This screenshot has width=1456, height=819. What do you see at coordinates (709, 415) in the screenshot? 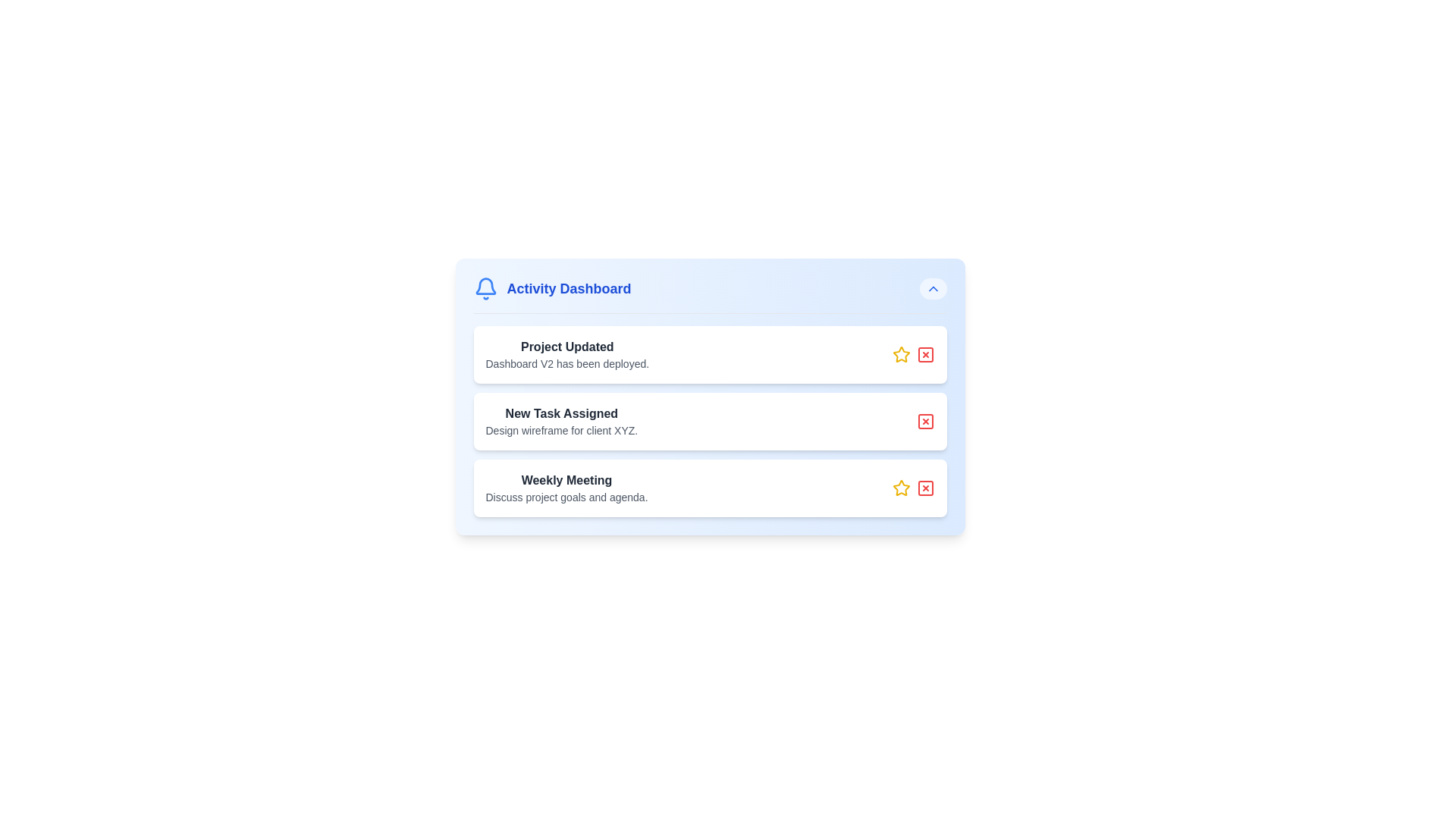
I see `the second Card Component in the vertical list within the 'Activity Dashboard', which provides task information and is located between 'Project Updated' and 'Weekly Meeting'` at bounding box center [709, 415].